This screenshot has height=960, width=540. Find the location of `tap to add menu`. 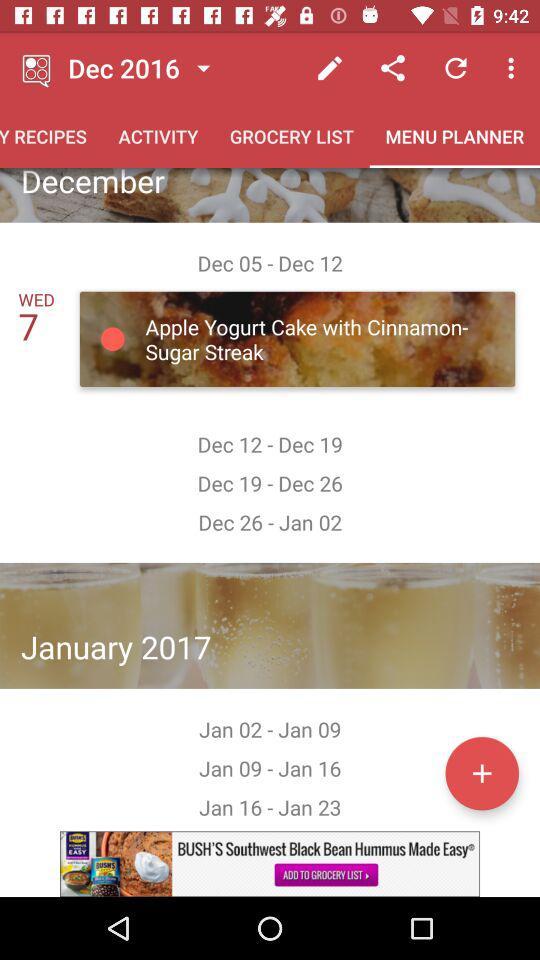

tap to add menu is located at coordinates (481, 772).